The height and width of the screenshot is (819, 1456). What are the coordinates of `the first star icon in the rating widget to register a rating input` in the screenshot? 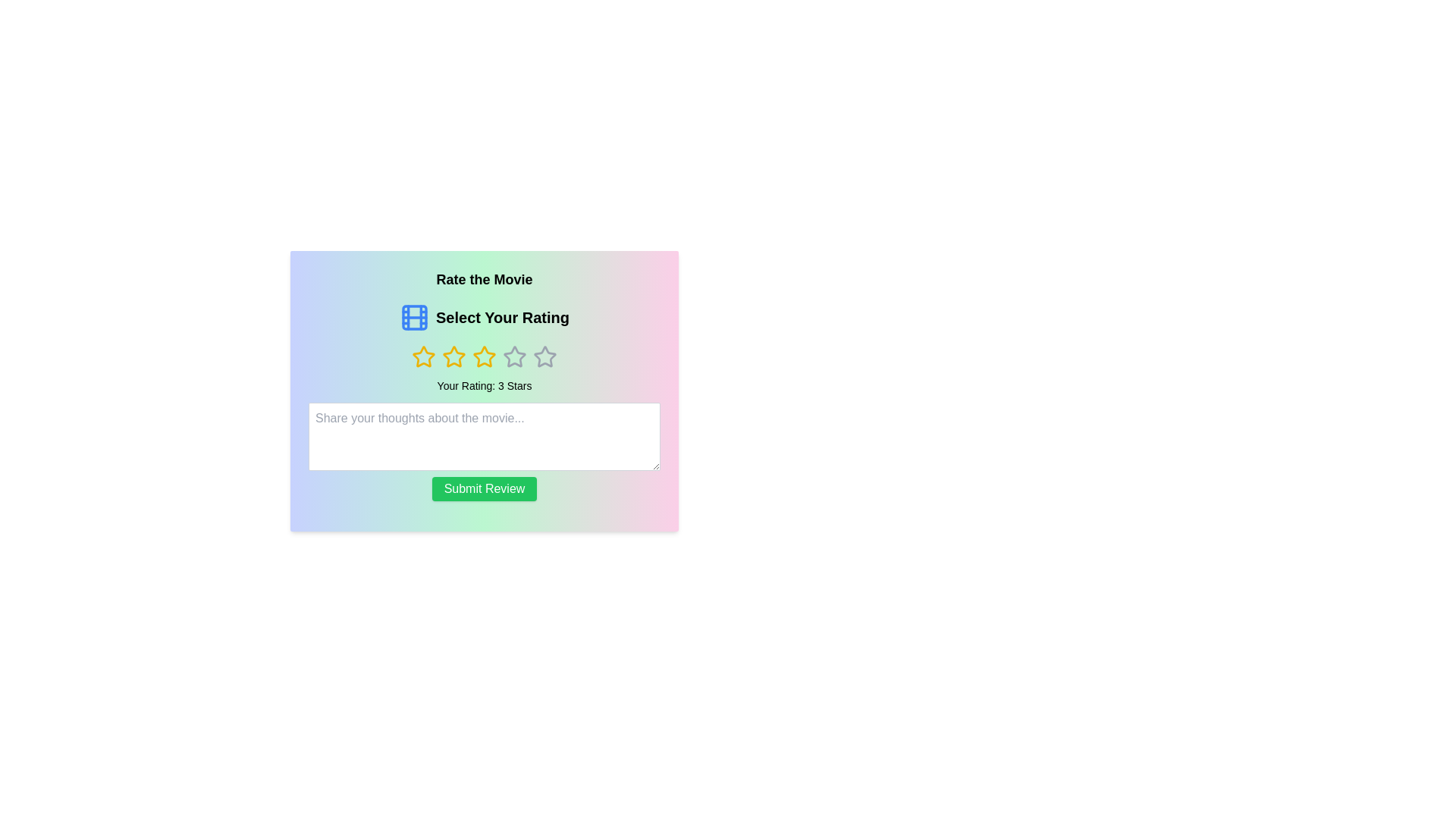 It's located at (423, 356).